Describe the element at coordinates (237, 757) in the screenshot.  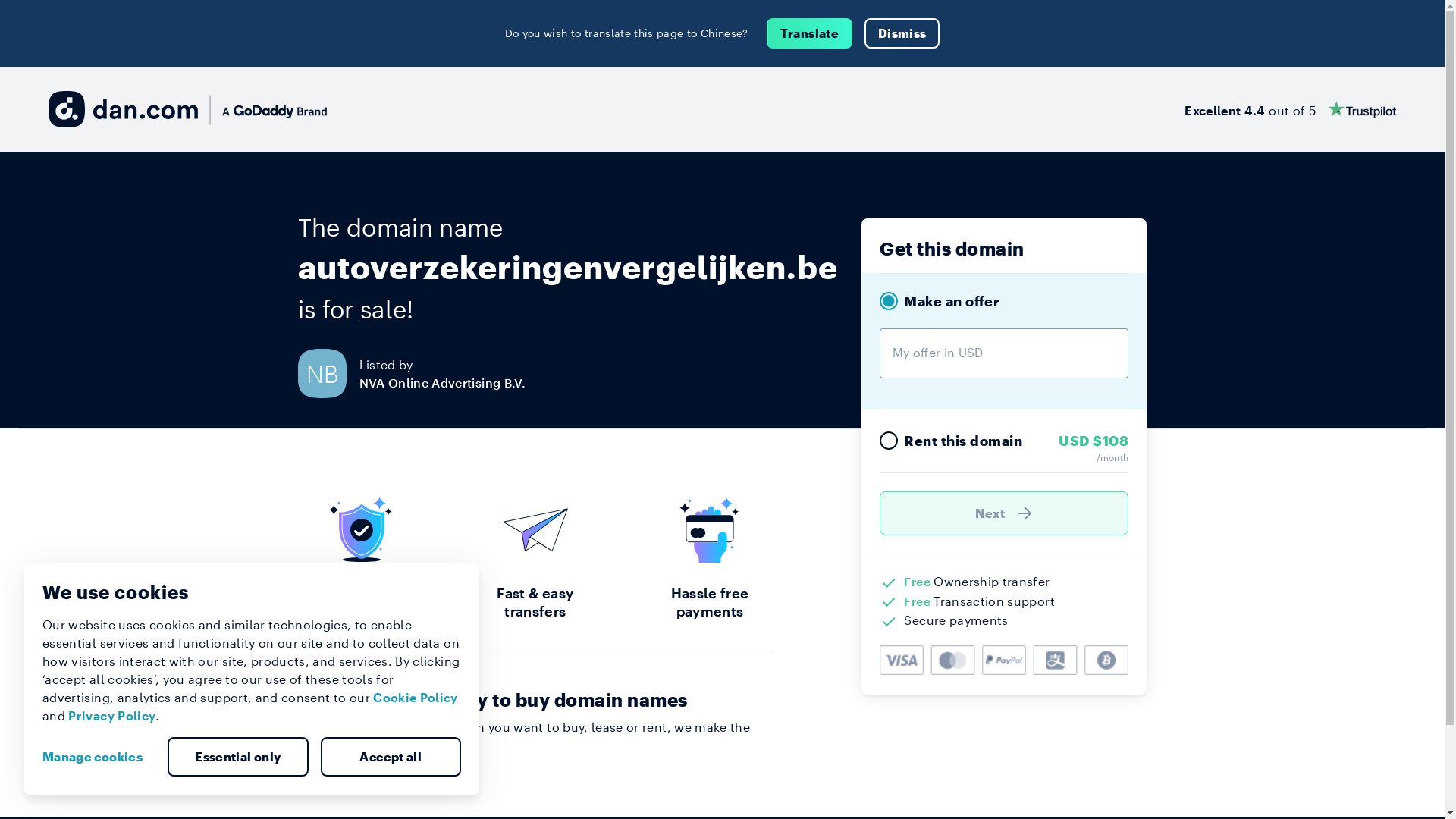
I see `'Essential only'` at that location.